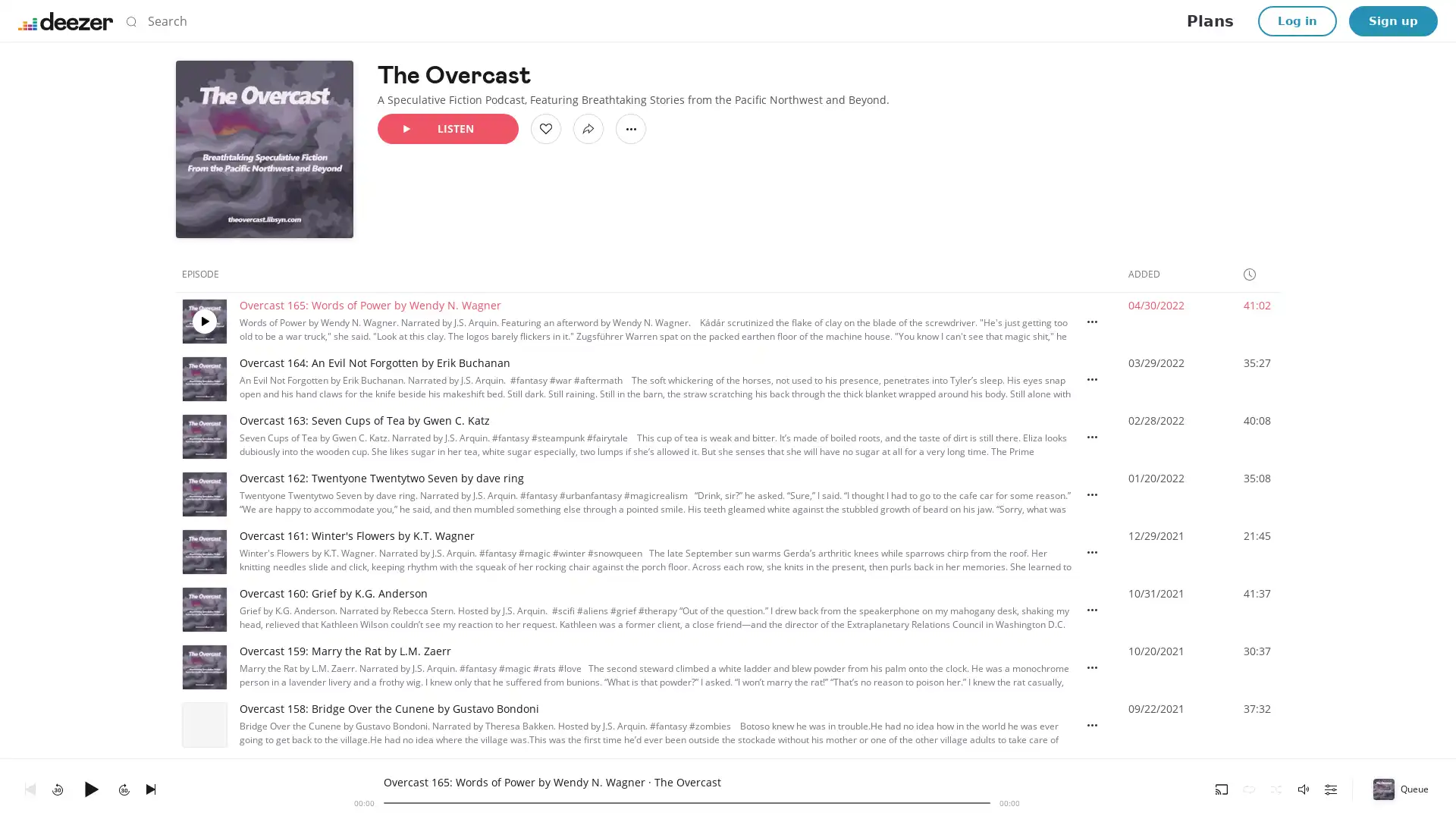 This screenshot has width=1456, height=819. I want to click on Skip ahead 30 seconds, so click(124, 788).